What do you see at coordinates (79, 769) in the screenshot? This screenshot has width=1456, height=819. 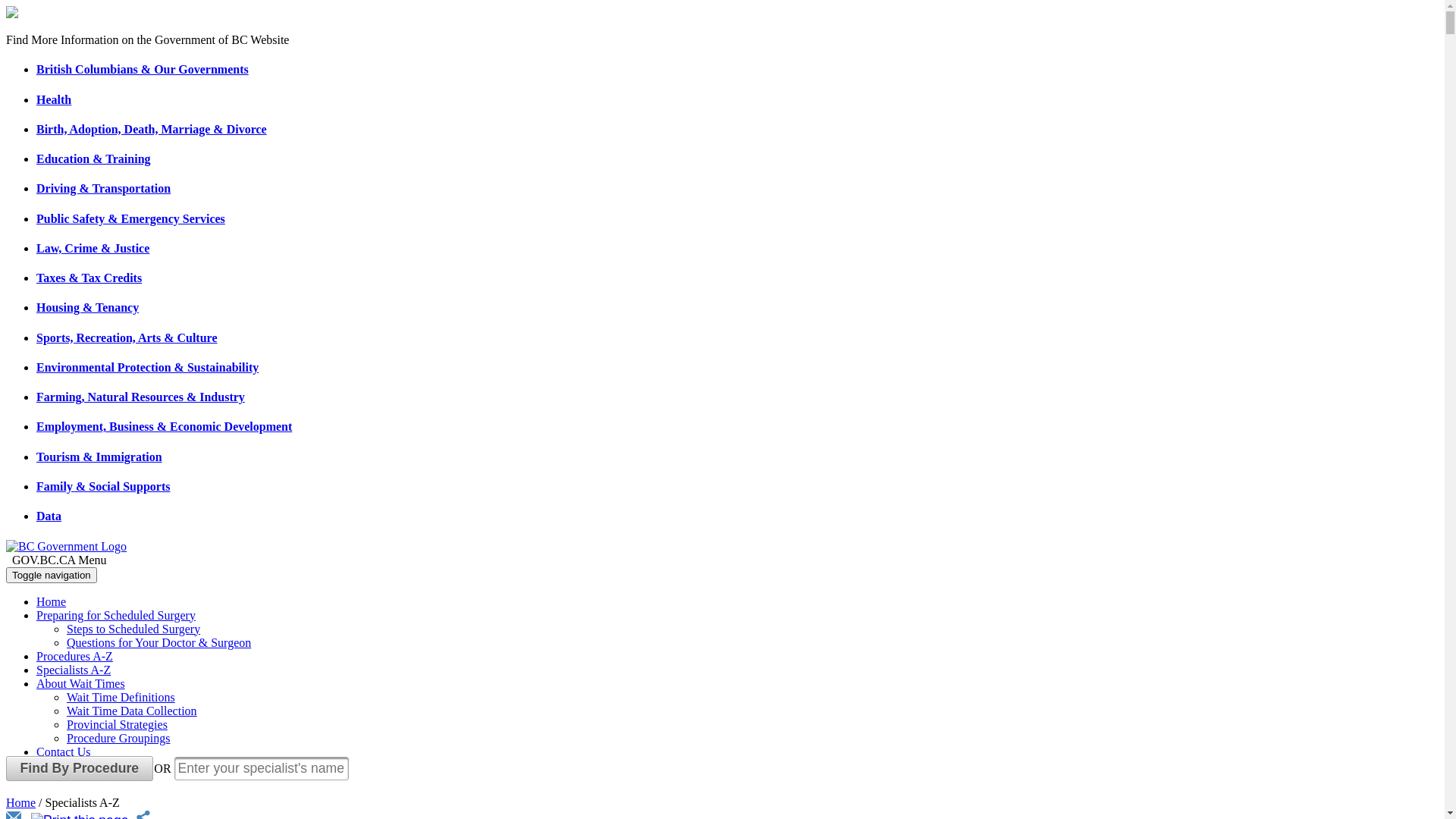 I see `'Find By Procedure'` at bounding box center [79, 769].